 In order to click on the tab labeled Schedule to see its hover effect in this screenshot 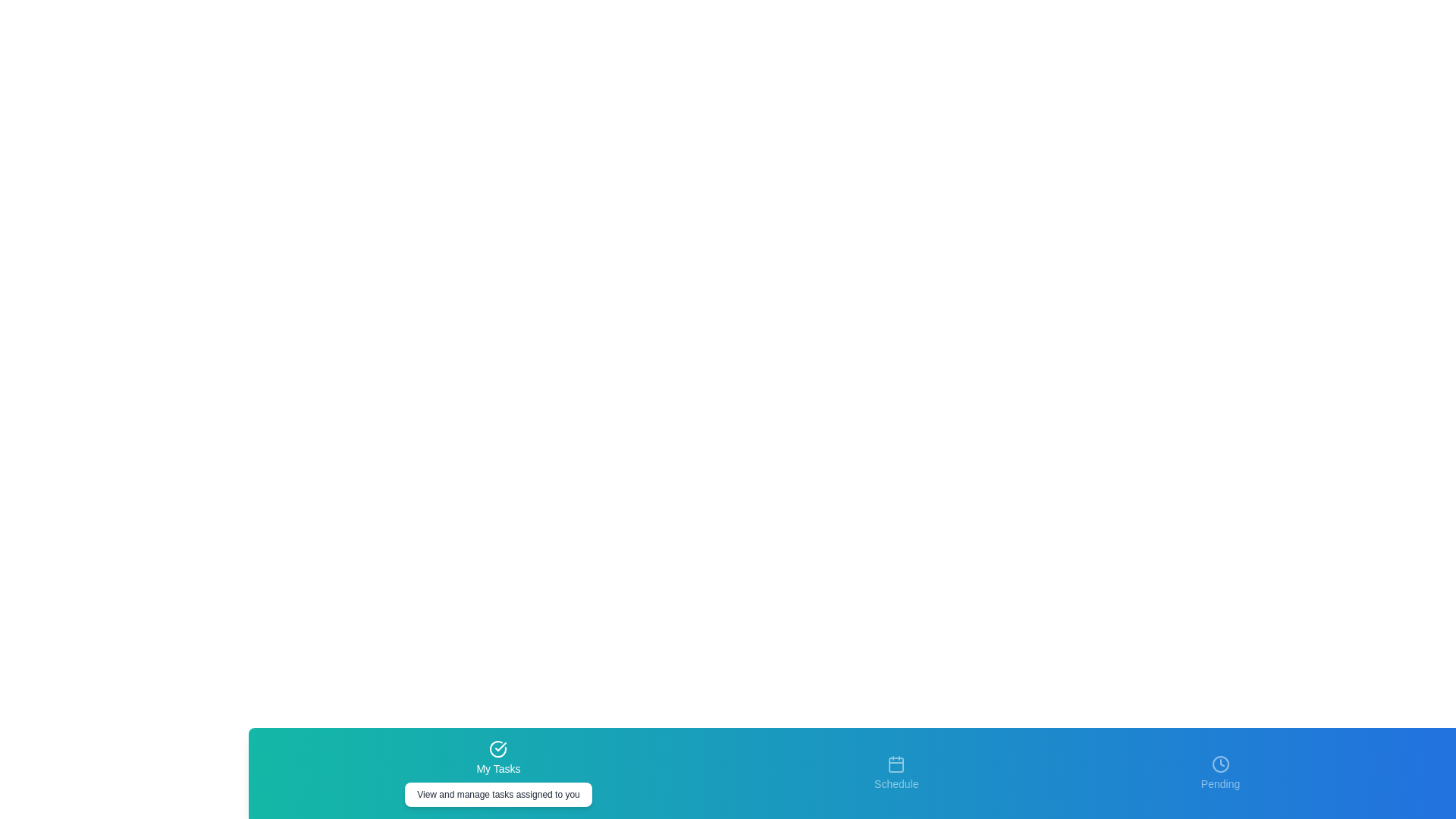, I will do `click(896, 773)`.